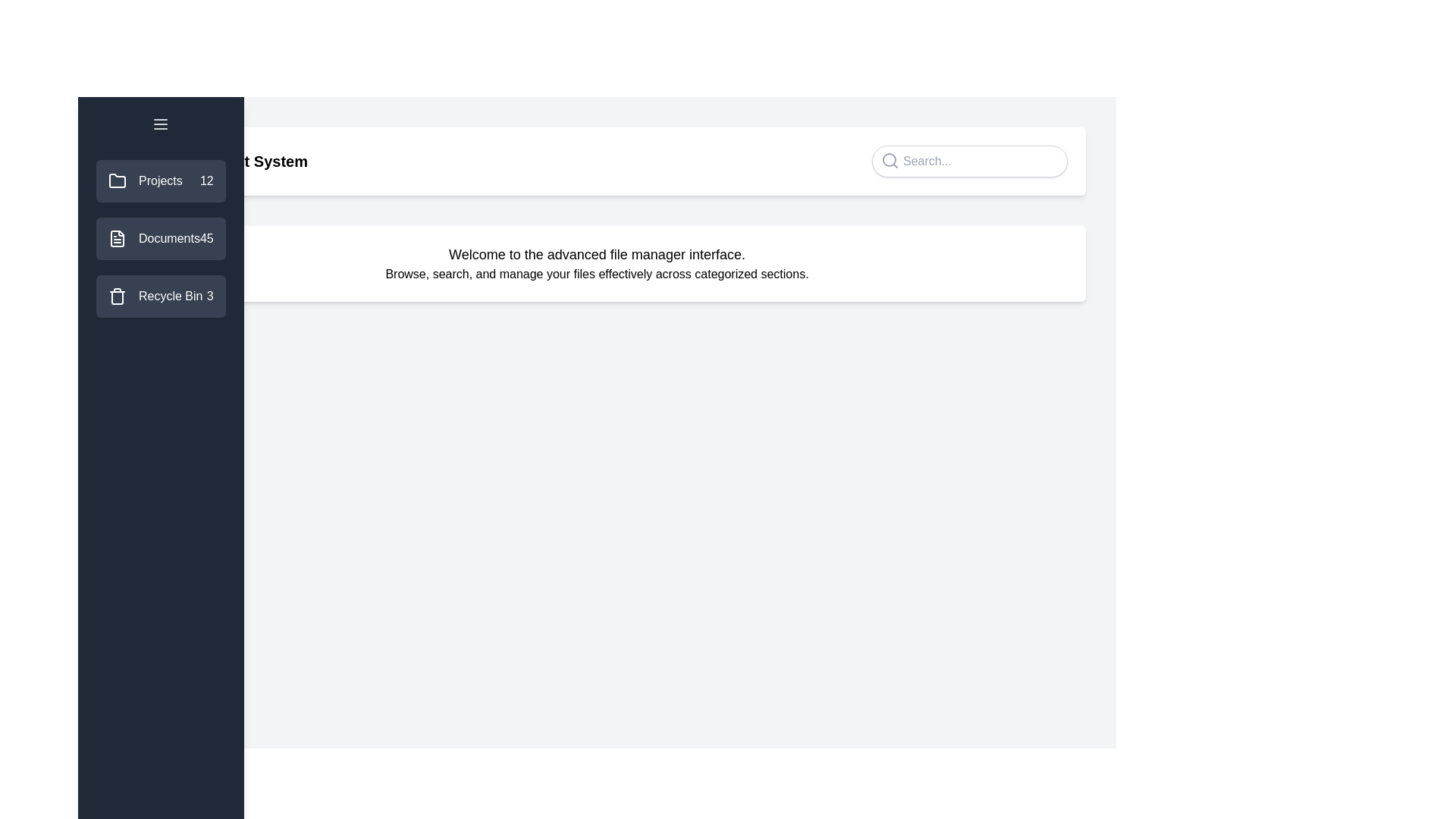 Image resolution: width=1456 pixels, height=819 pixels. I want to click on the category Recycle Bin in the sidebar, so click(160, 296).